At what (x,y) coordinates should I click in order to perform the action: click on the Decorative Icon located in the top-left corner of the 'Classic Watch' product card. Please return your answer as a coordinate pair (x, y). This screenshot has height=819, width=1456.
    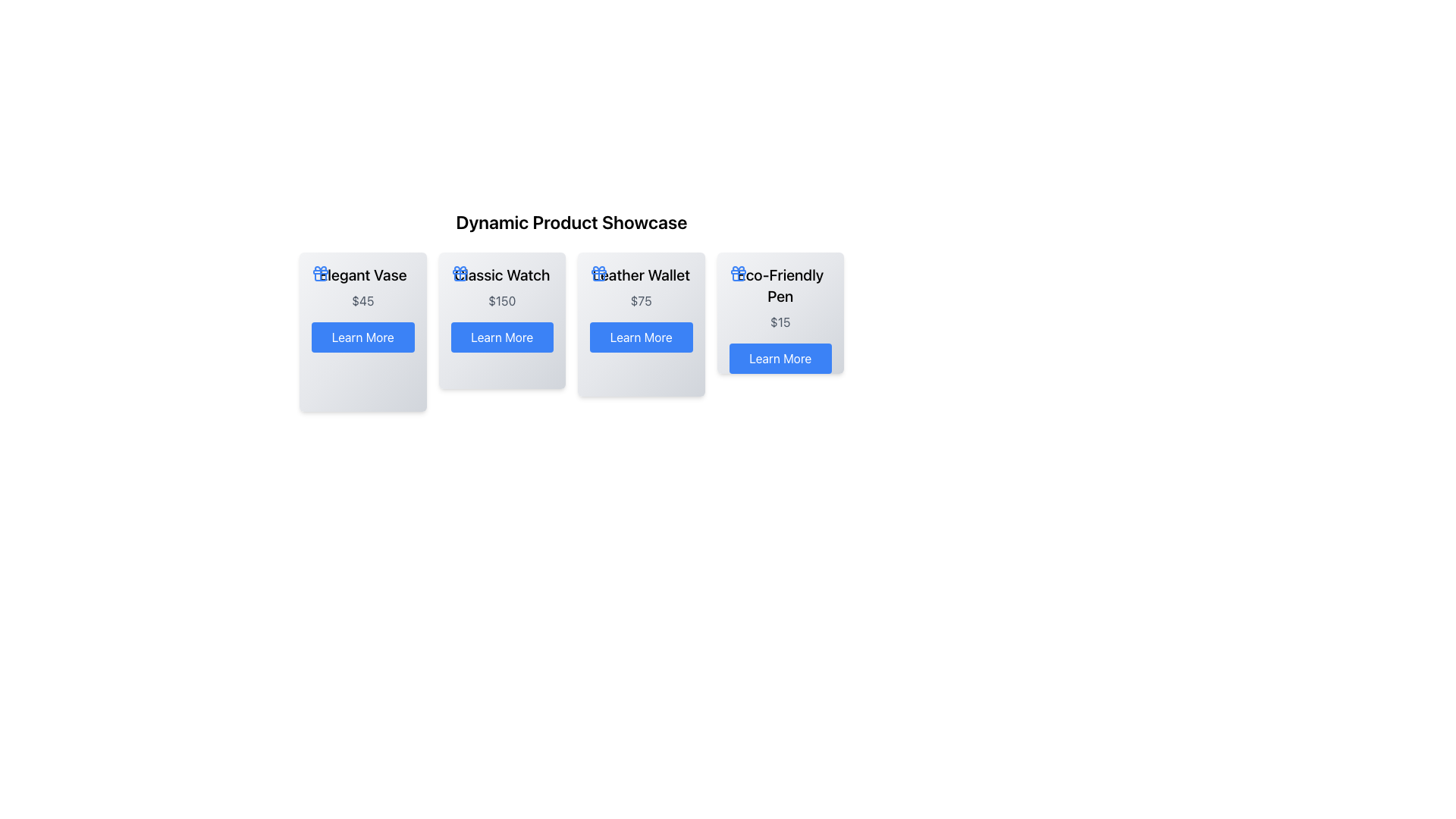
    Looking at the image, I should click on (459, 274).